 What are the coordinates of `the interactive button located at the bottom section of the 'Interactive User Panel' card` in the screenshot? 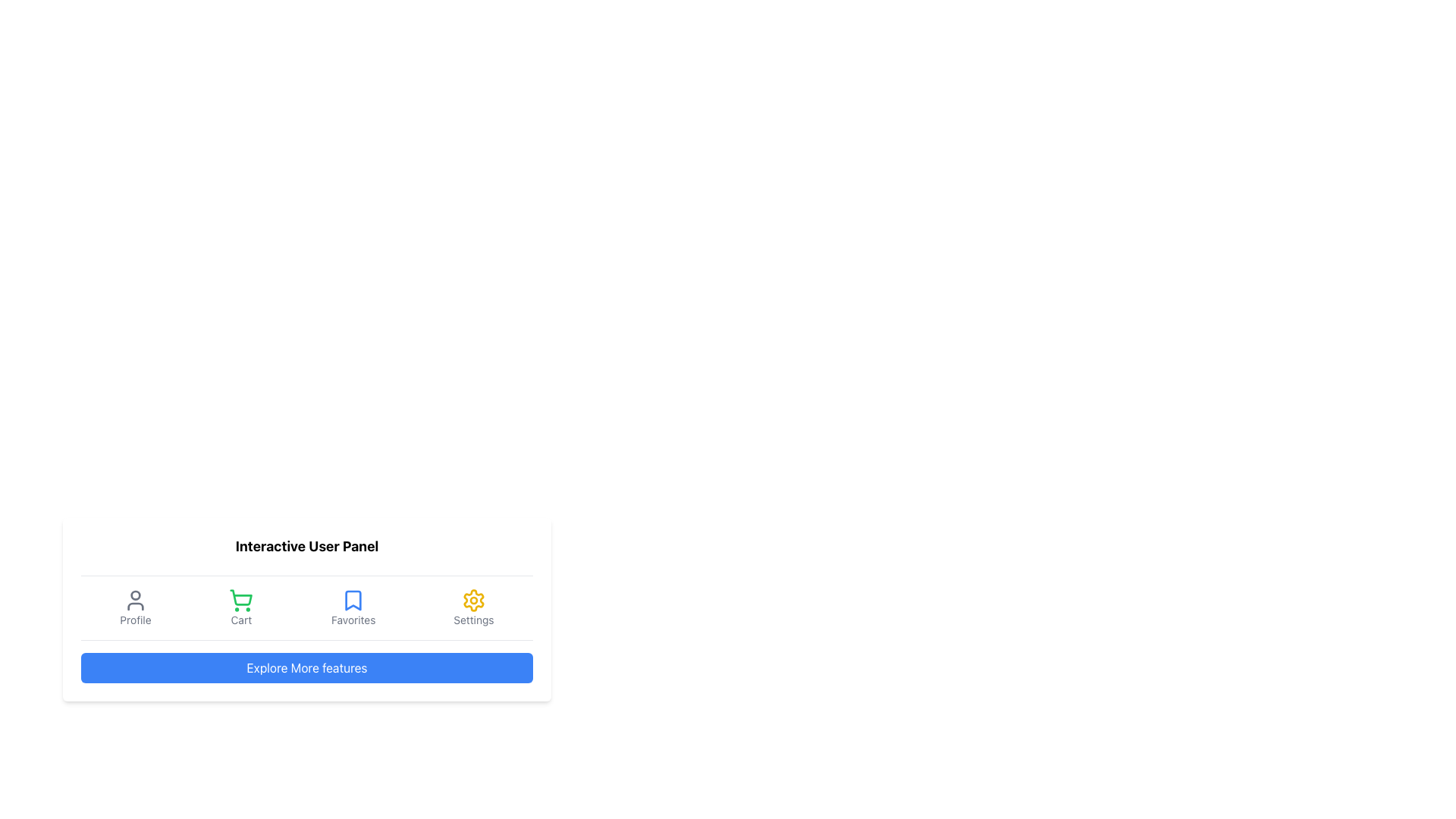 It's located at (306, 661).